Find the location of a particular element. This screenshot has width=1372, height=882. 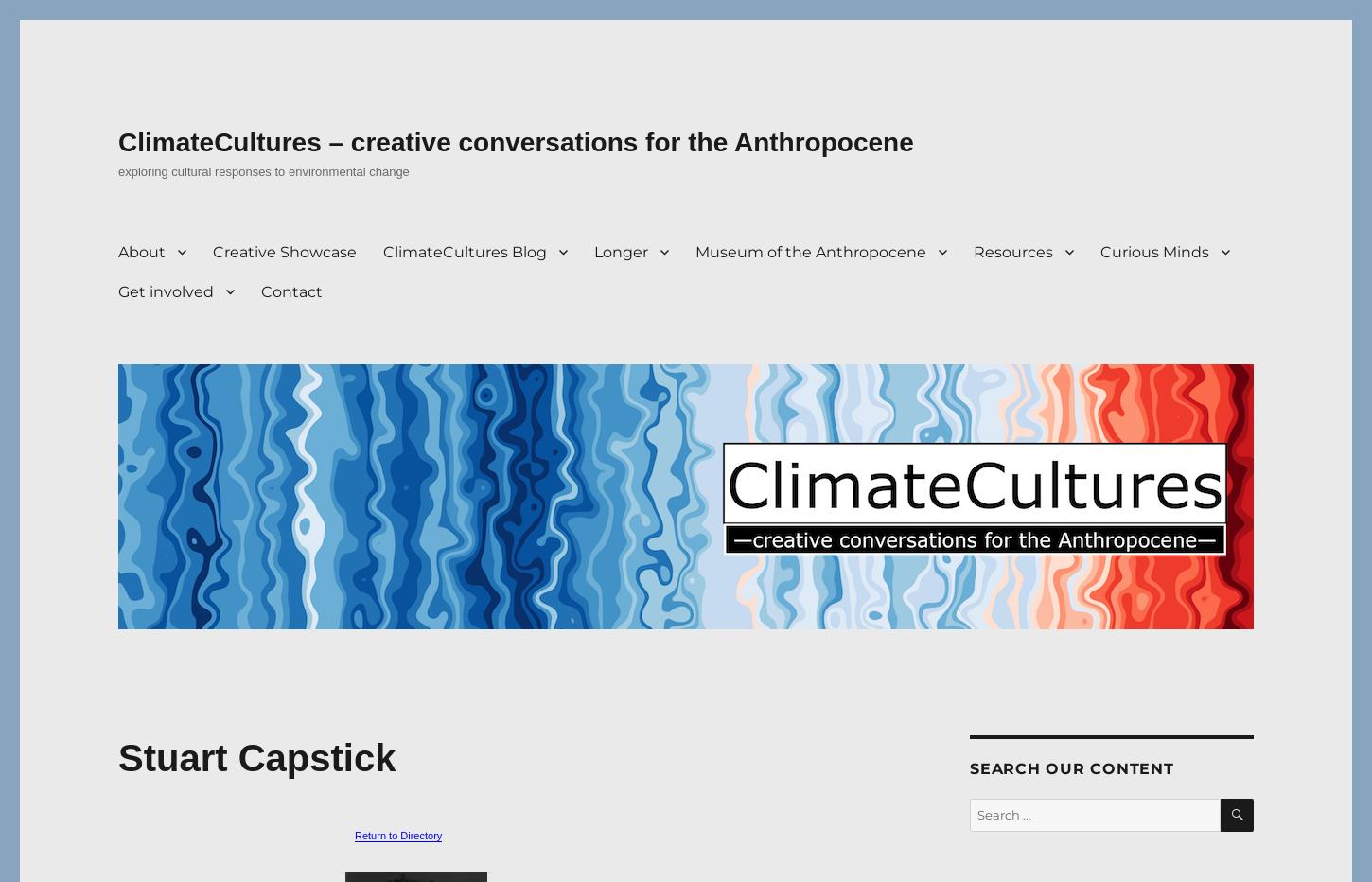

'exploring cultural responses to environmental change' is located at coordinates (263, 171).